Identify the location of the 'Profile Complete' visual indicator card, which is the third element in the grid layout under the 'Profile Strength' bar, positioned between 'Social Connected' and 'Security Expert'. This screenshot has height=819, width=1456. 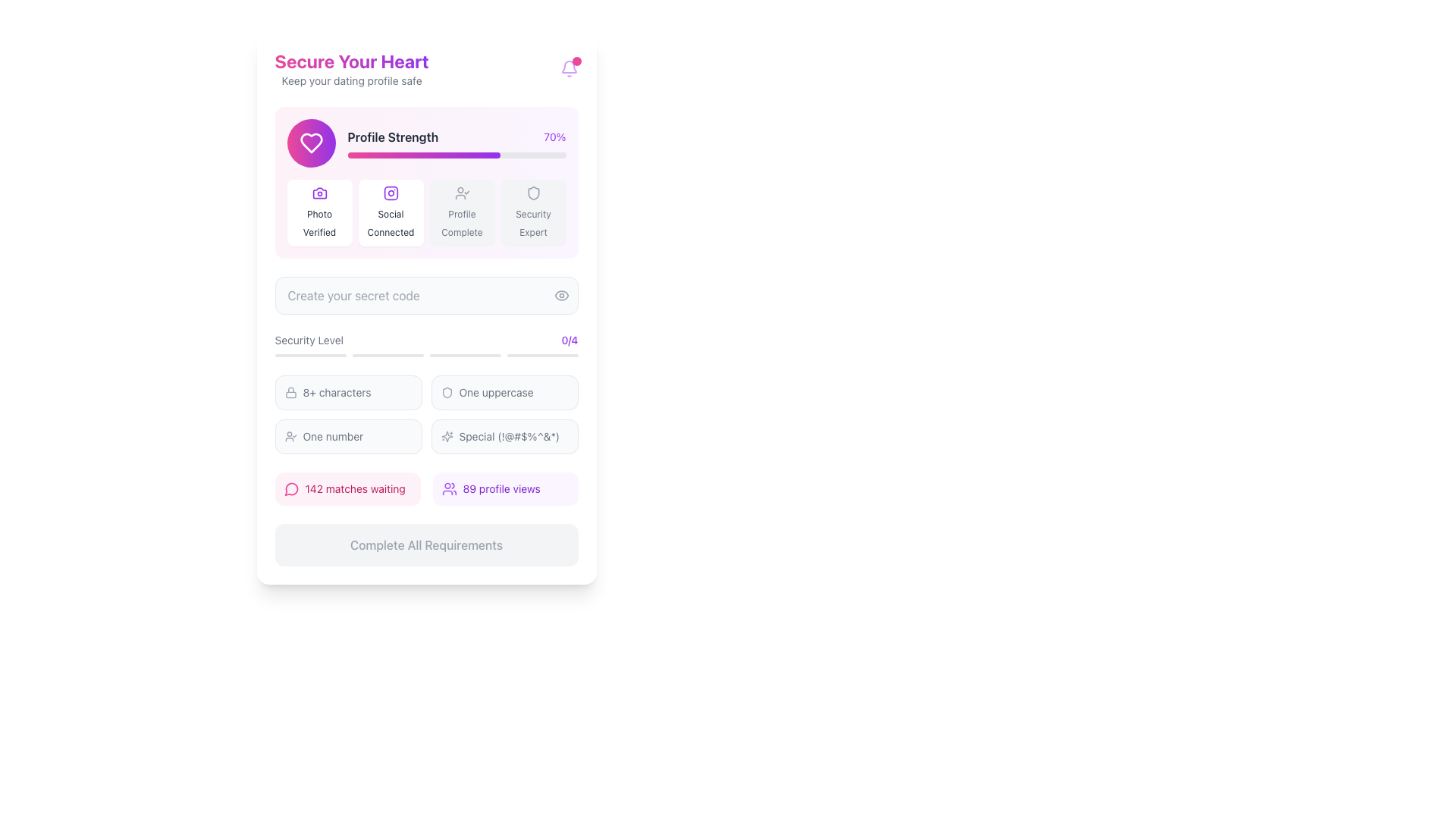
(461, 213).